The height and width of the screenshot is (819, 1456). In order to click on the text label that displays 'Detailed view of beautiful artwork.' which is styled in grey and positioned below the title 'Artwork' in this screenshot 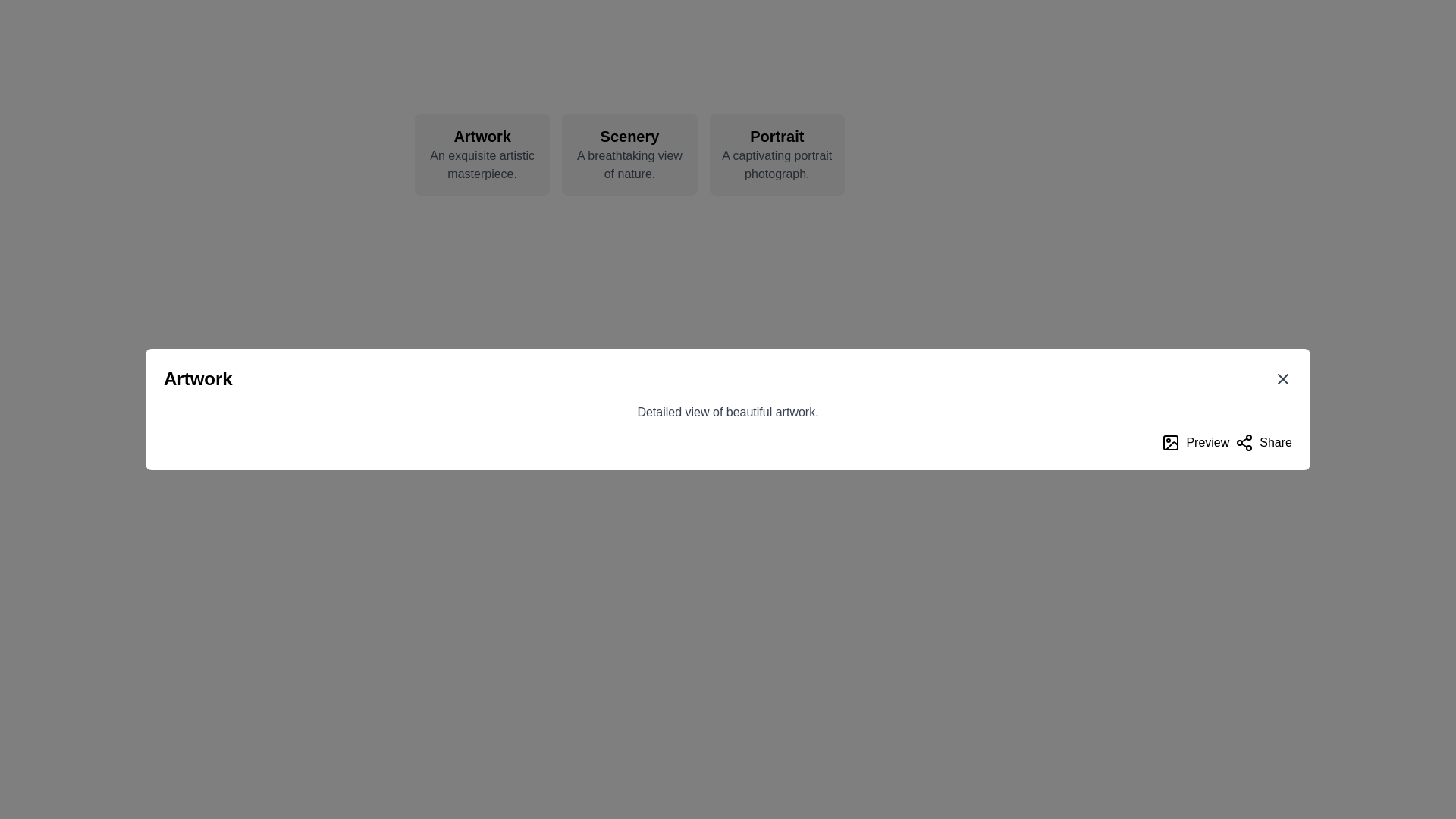, I will do `click(728, 412)`.